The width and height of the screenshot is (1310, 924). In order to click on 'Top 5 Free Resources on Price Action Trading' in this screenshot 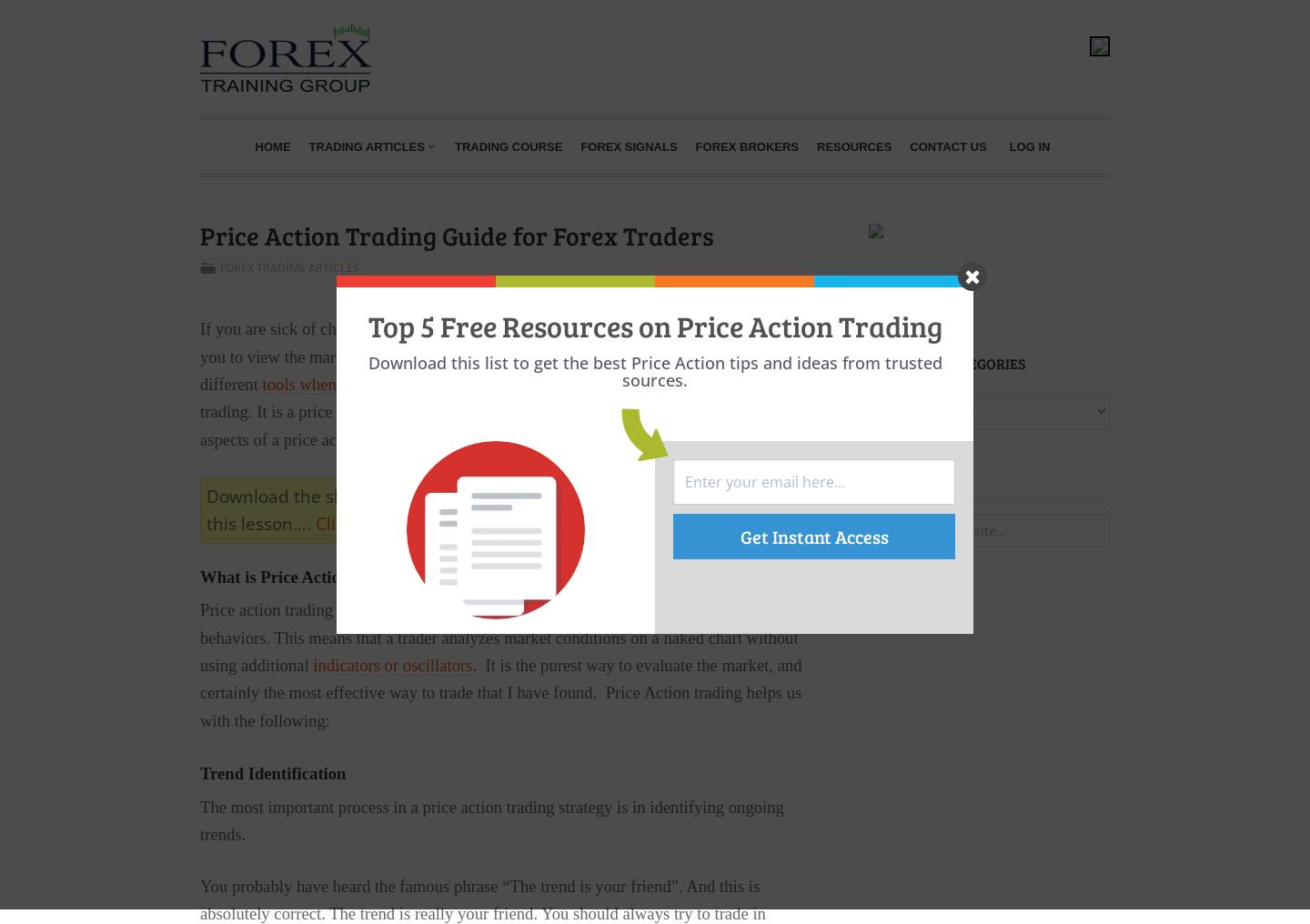, I will do `click(367, 325)`.